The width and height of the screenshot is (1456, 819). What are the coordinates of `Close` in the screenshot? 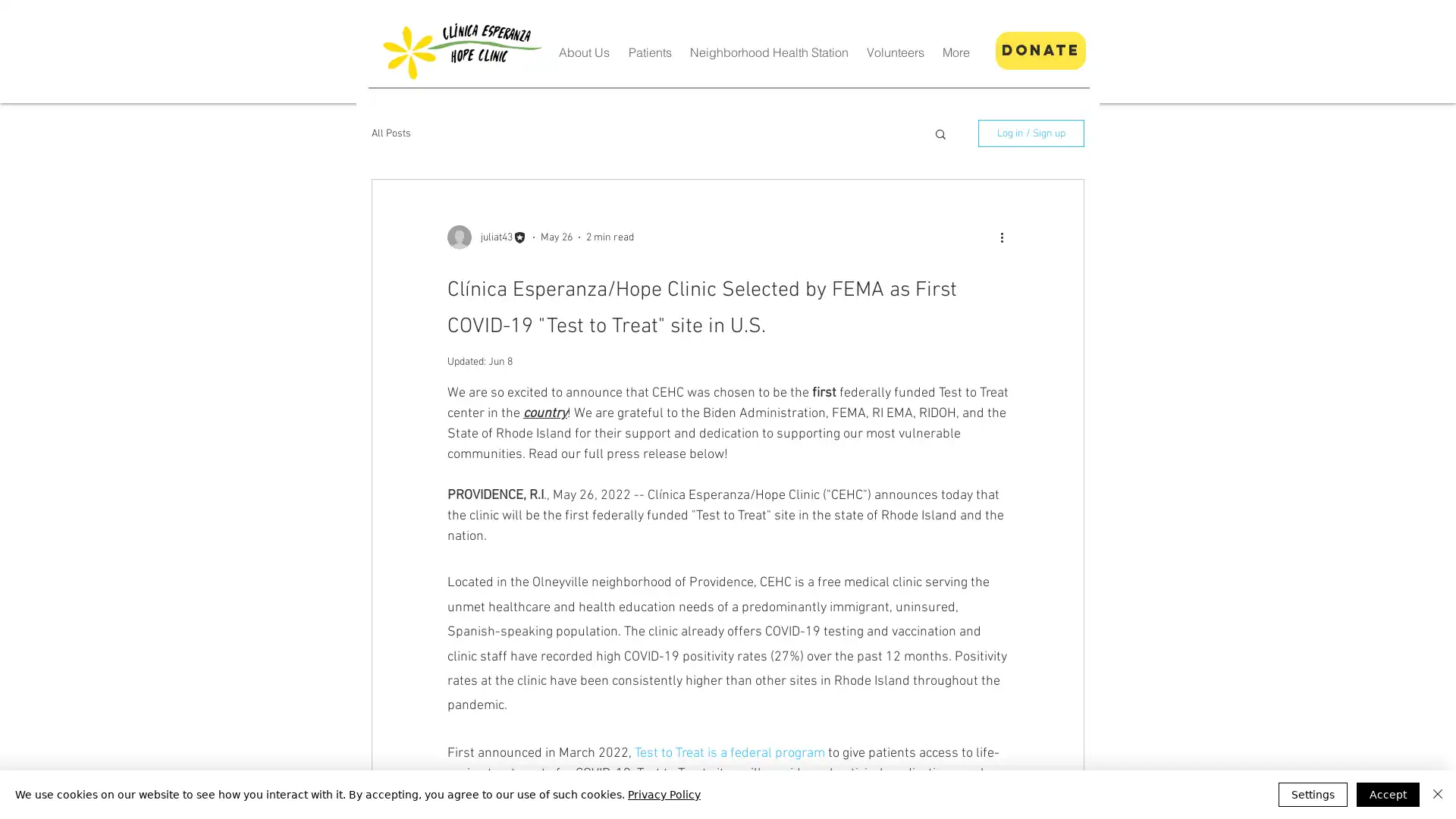 It's located at (1437, 794).